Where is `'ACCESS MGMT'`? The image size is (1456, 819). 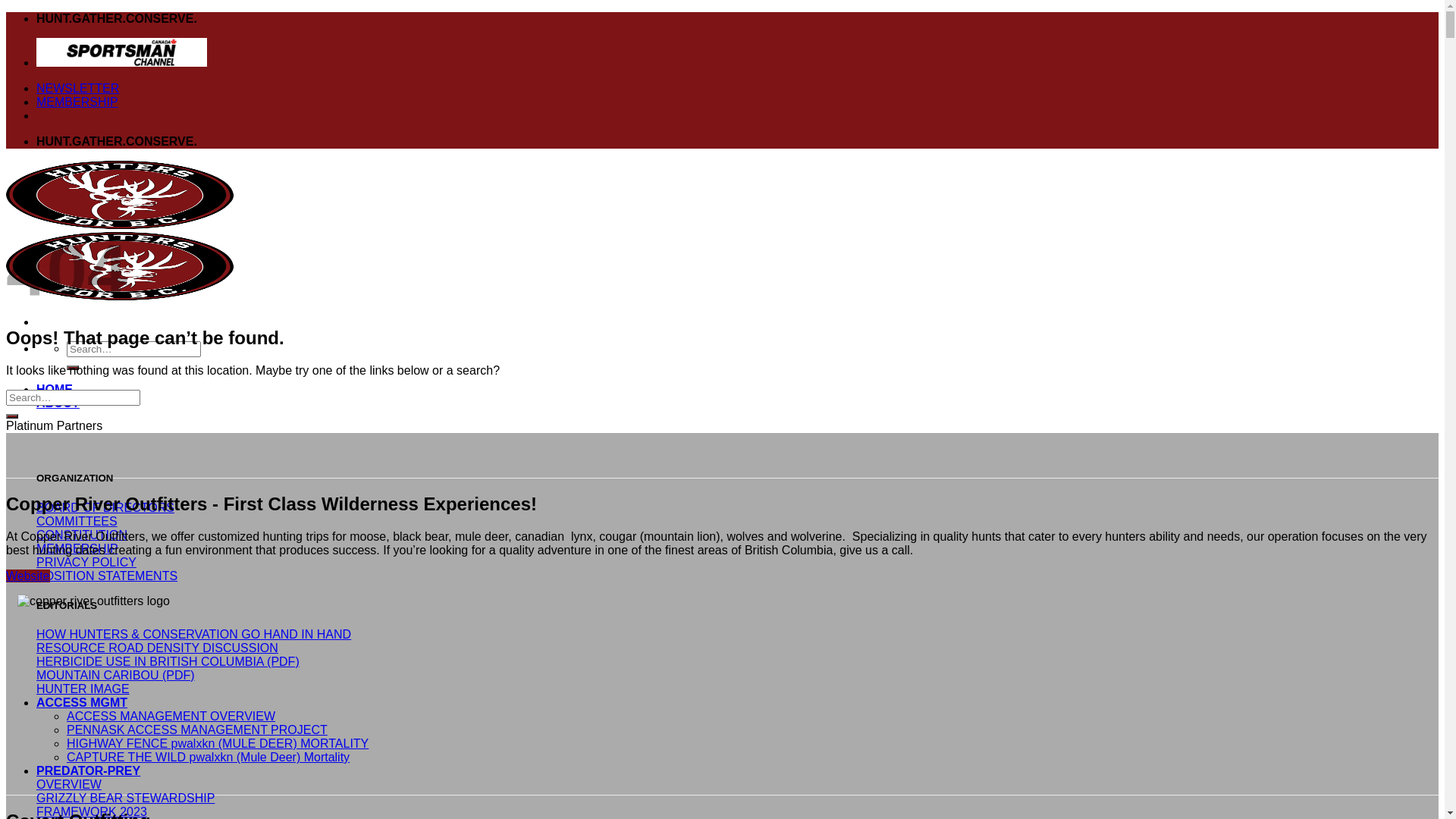 'ACCESS MGMT' is located at coordinates (80, 702).